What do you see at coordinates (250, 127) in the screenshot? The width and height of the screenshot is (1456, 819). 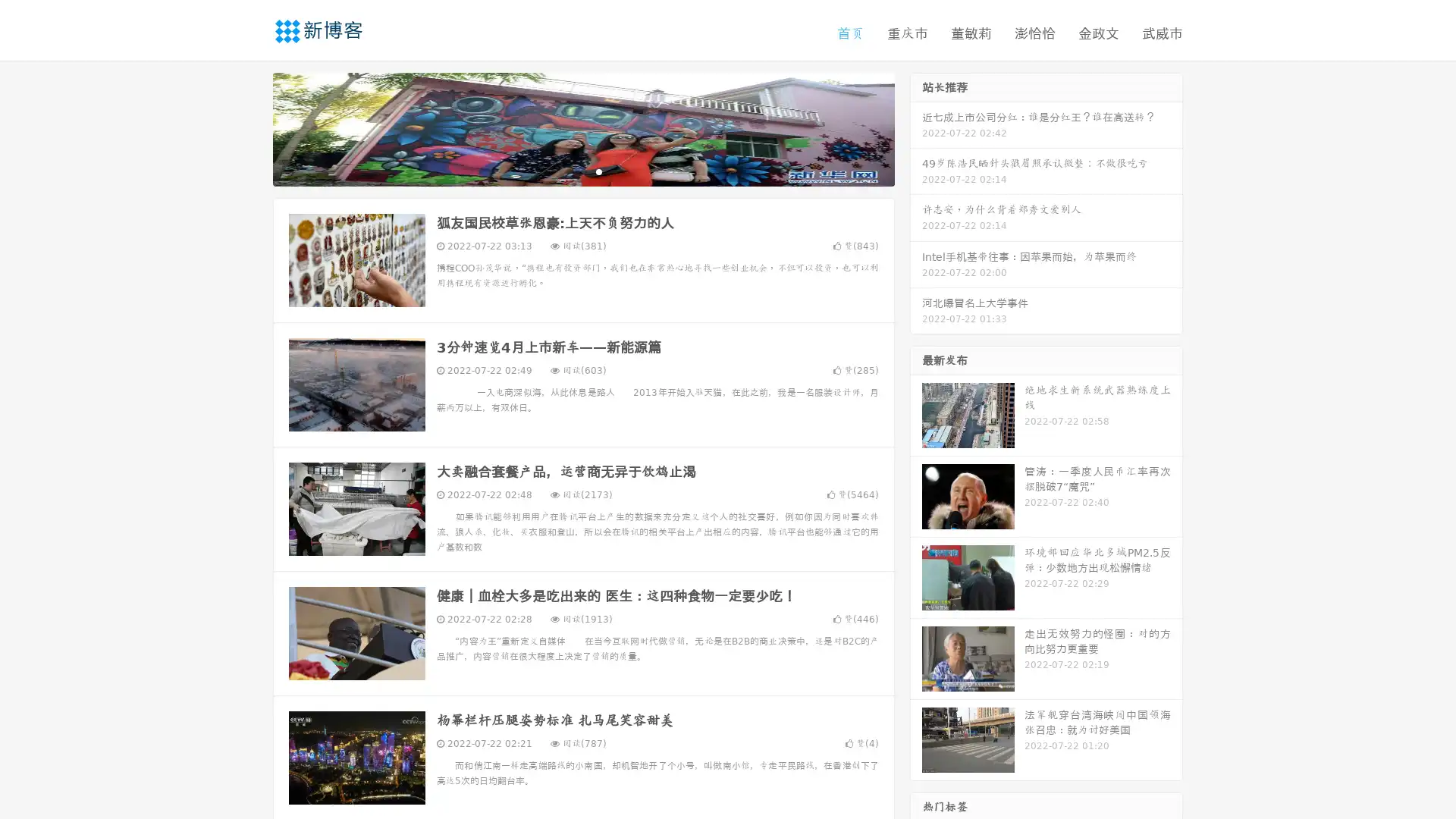 I see `Previous slide` at bounding box center [250, 127].